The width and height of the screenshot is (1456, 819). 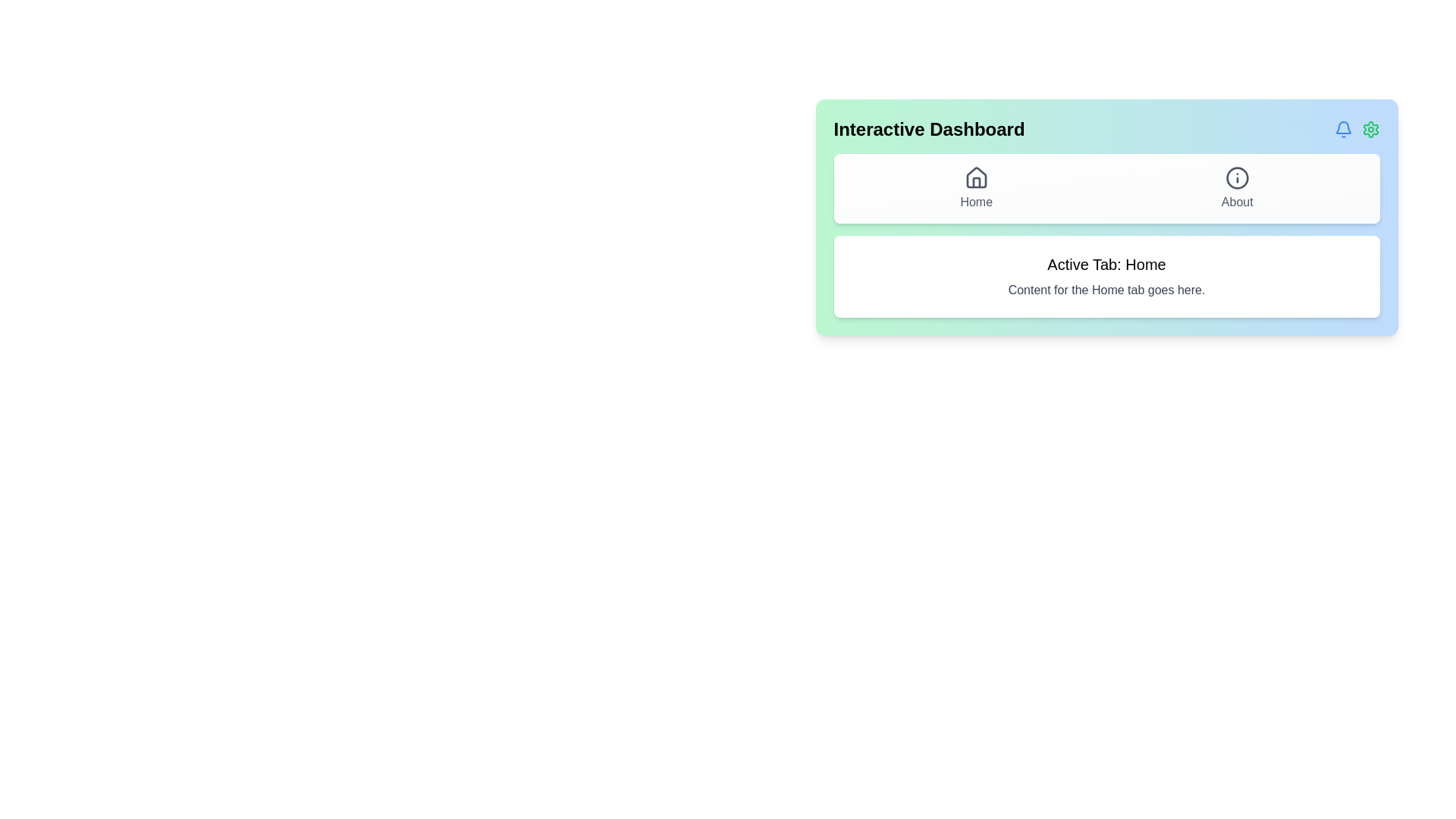 What do you see at coordinates (1237, 188) in the screenshot?
I see `the navigational button located in the top-right menu panel, which directs users to the About page` at bounding box center [1237, 188].